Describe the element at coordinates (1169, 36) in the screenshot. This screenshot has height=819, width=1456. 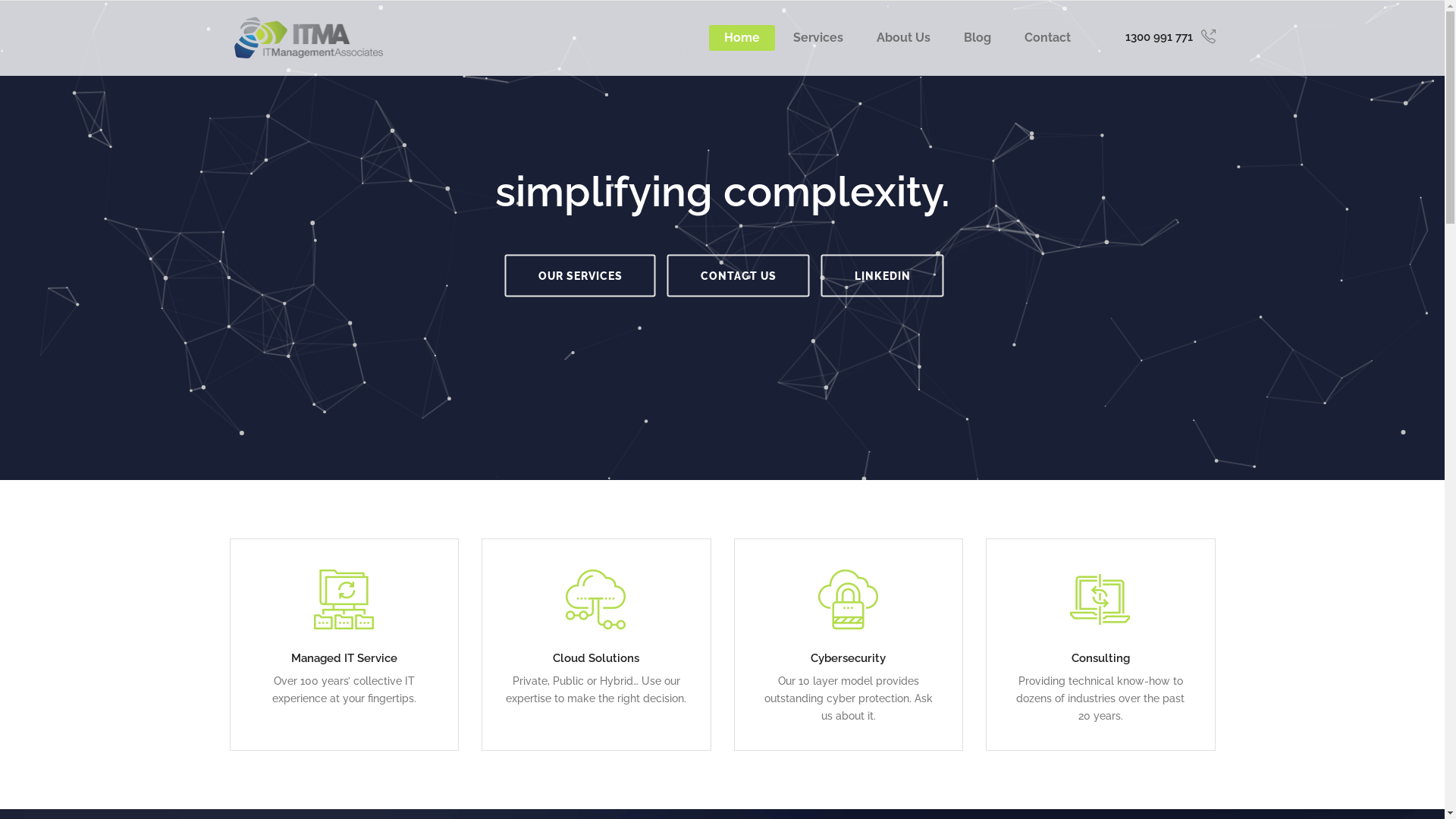
I see `'1300 991 771'` at that location.